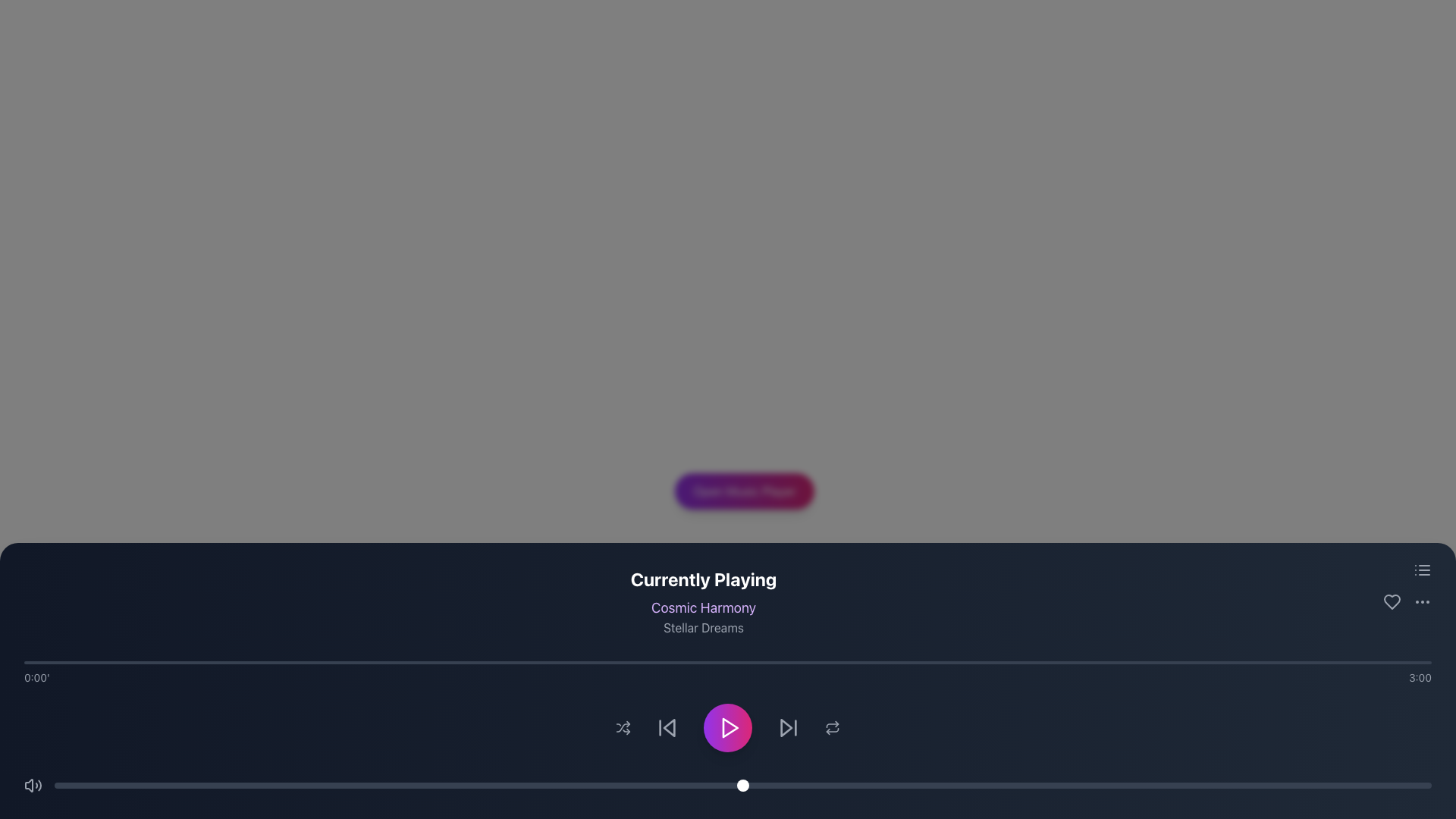 This screenshot has width=1456, height=819. What do you see at coordinates (728, 672) in the screenshot?
I see `the Progress bar that visually represents the current progress through a media track, located near the bottom section of the display, directly above the playback controls` at bounding box center [728, 672].